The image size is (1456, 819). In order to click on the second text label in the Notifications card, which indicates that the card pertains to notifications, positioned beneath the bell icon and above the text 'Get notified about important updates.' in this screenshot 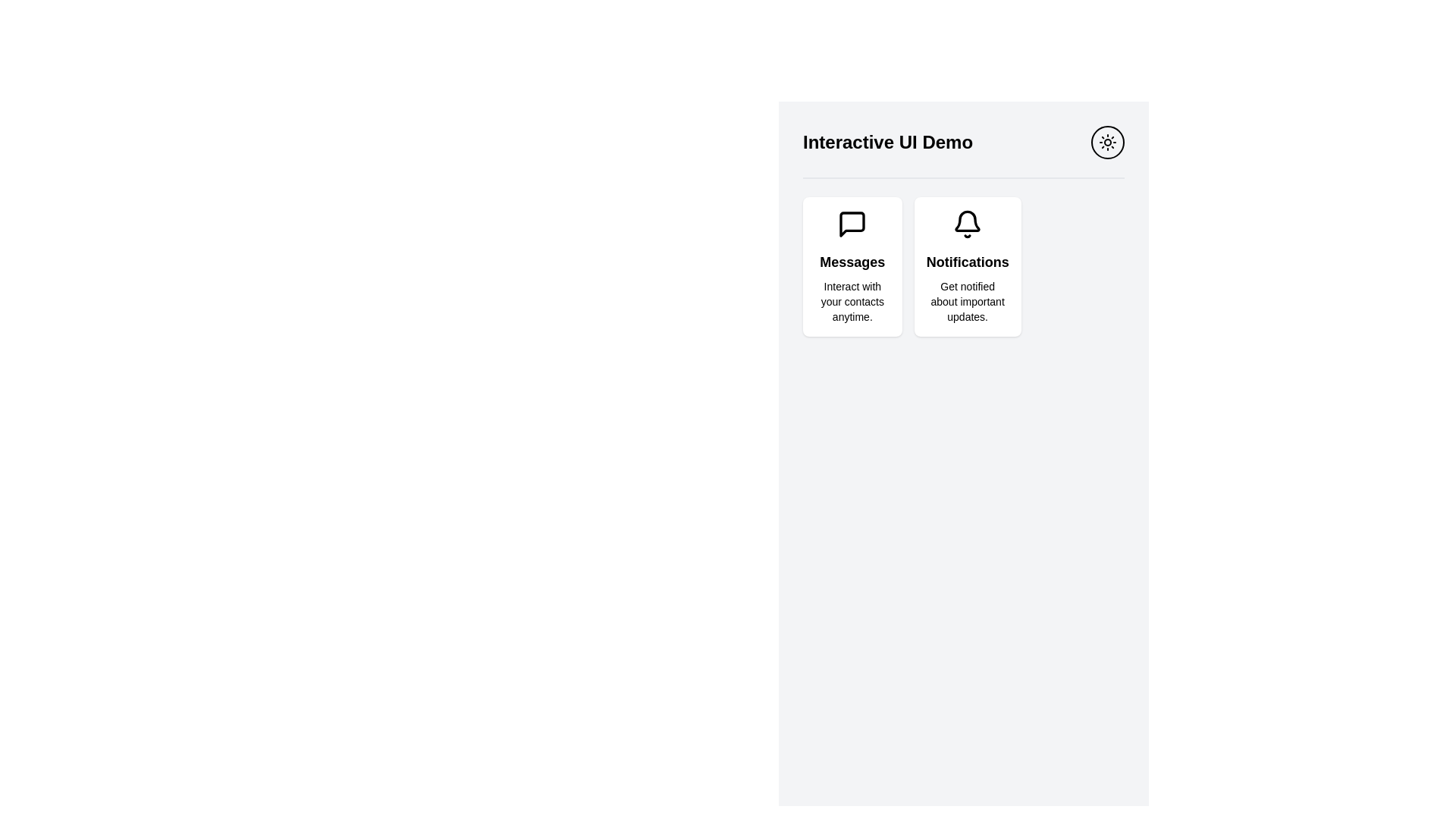, I will do `click(967, 262)`.